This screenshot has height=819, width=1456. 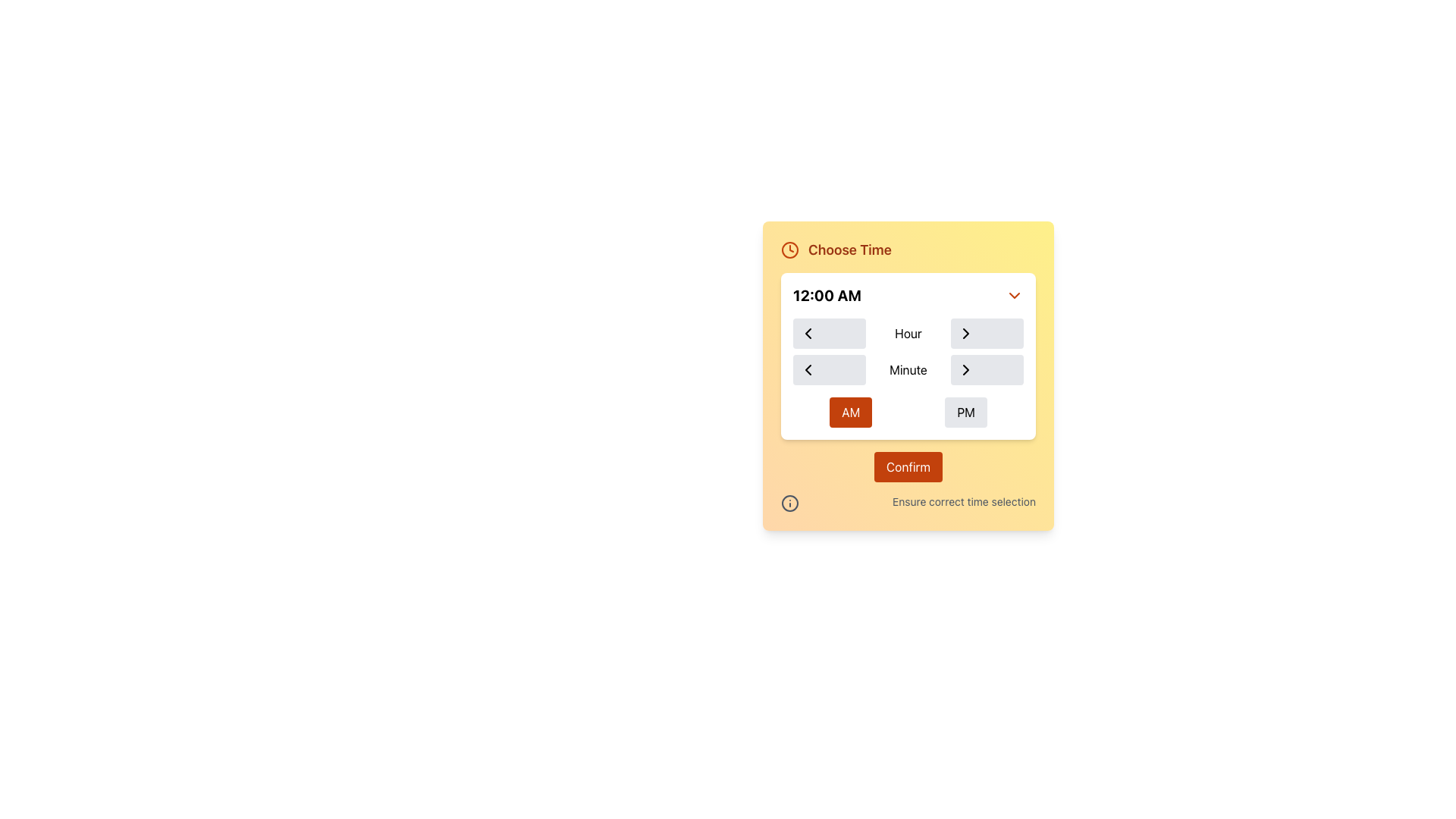 What do you see at coordinates (965, 332) in the screenshot?
I see `the Chevron Icon Button, which is a right-pointing chevron on a light-gray circular button, located in the 'Choose Time' panel next to the 'Hour' label, to increment the hour value` at bounding box center [965, 332].